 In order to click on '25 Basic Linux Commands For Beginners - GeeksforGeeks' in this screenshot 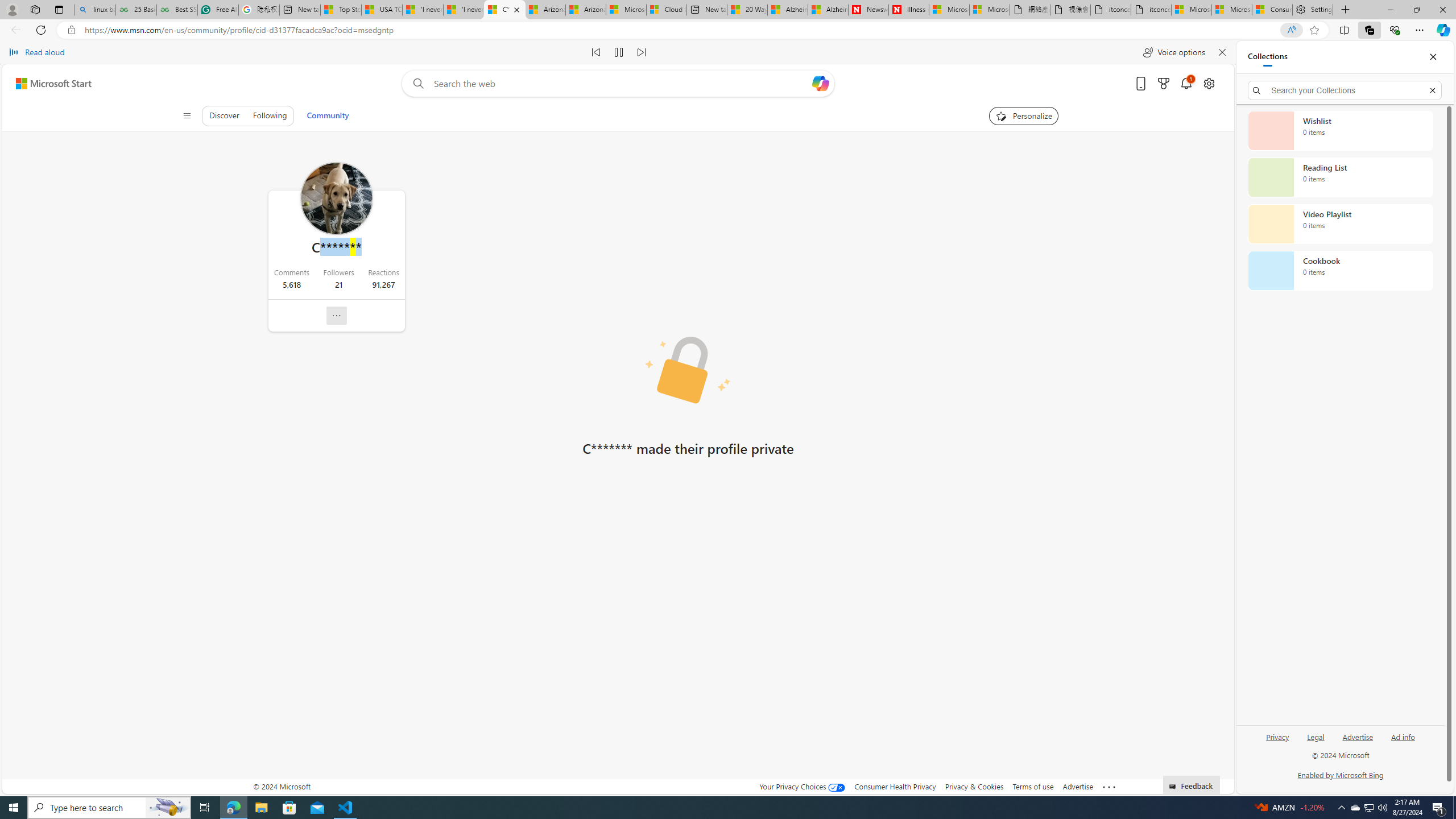, I will do `click(136, 9)`.